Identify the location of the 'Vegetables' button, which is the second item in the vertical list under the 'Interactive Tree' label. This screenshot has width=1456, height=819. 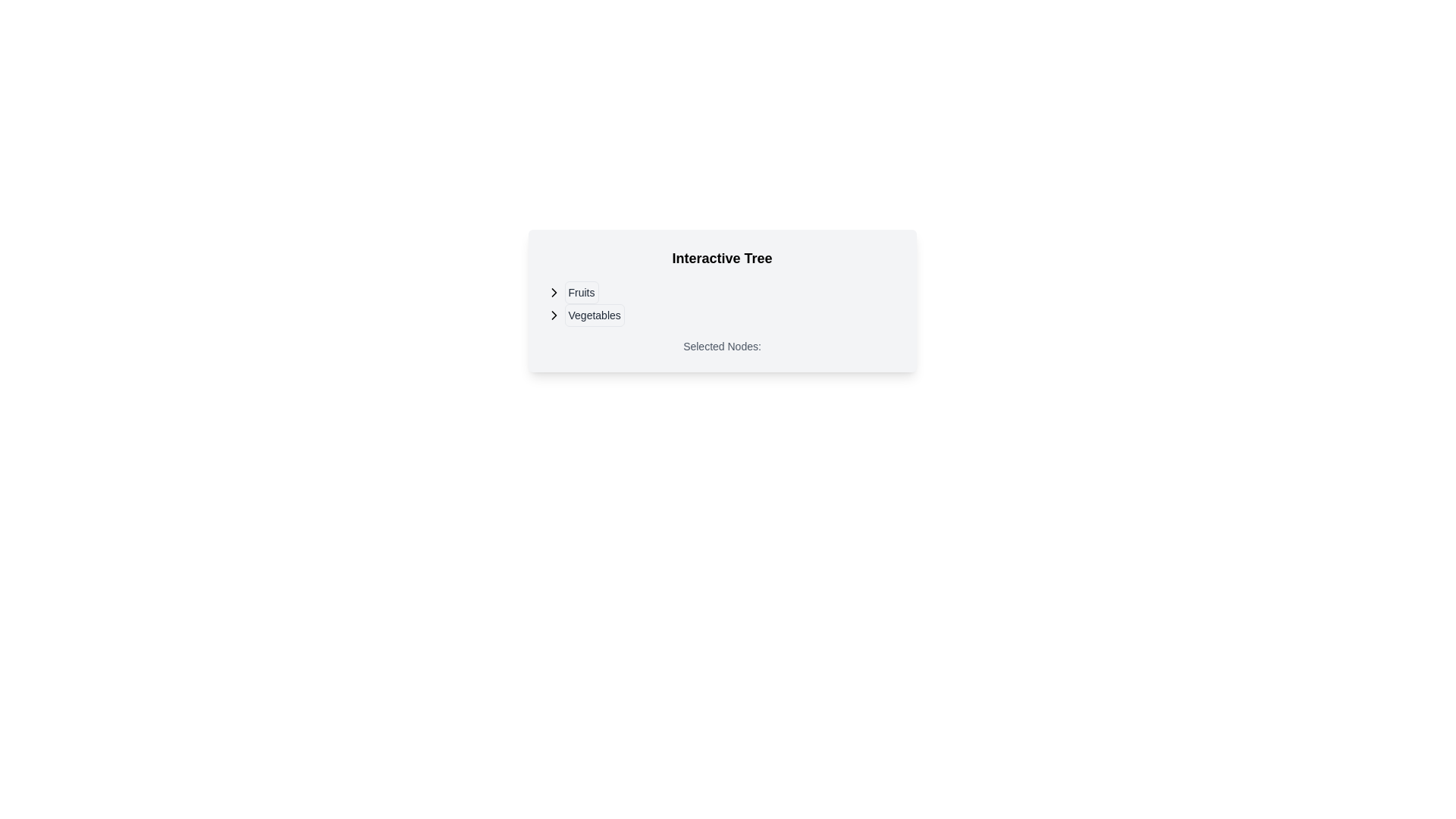
(593, 315).